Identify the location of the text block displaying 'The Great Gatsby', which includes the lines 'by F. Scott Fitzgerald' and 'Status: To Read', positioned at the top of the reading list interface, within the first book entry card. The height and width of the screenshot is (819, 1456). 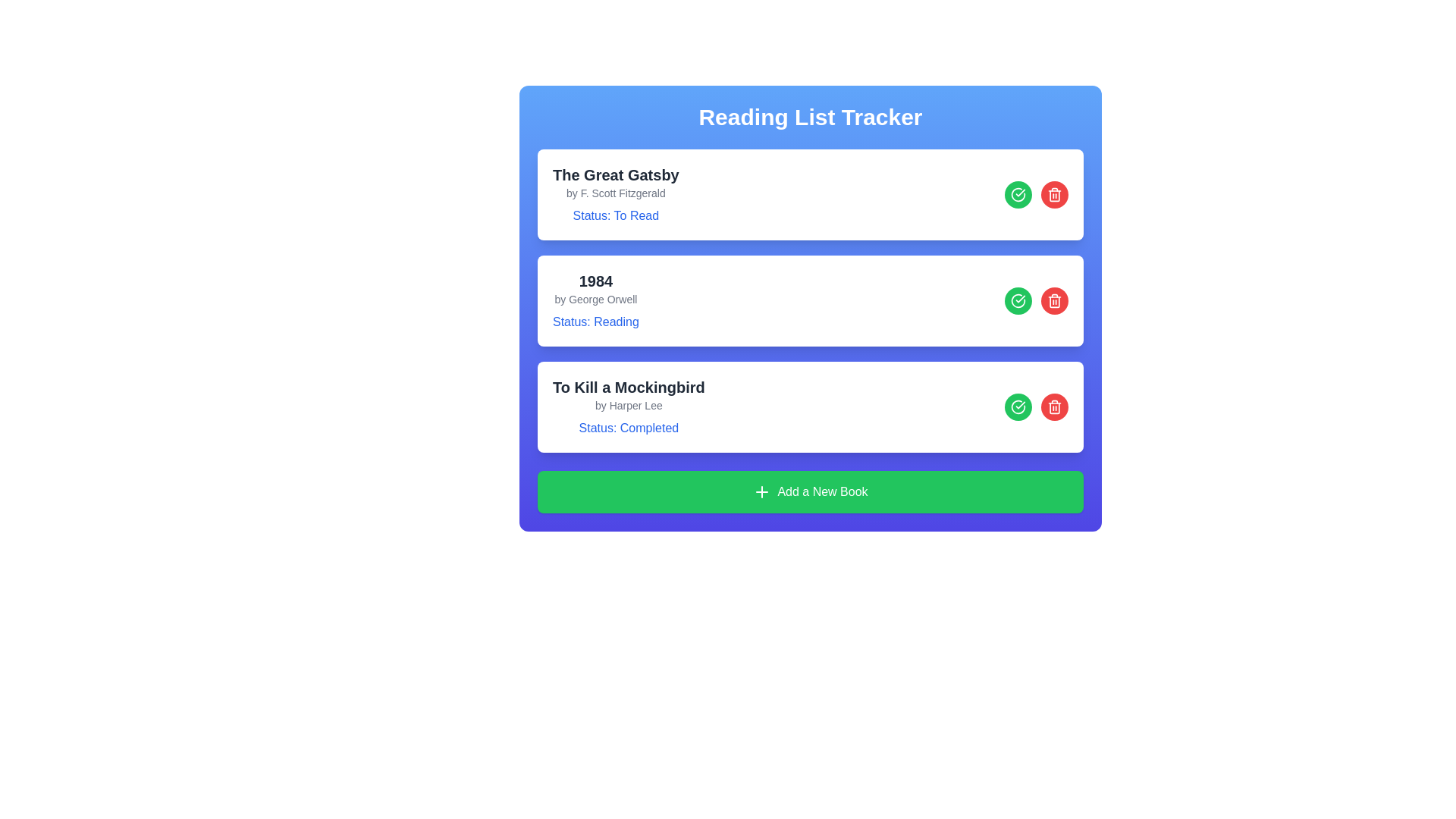
(616, 194).